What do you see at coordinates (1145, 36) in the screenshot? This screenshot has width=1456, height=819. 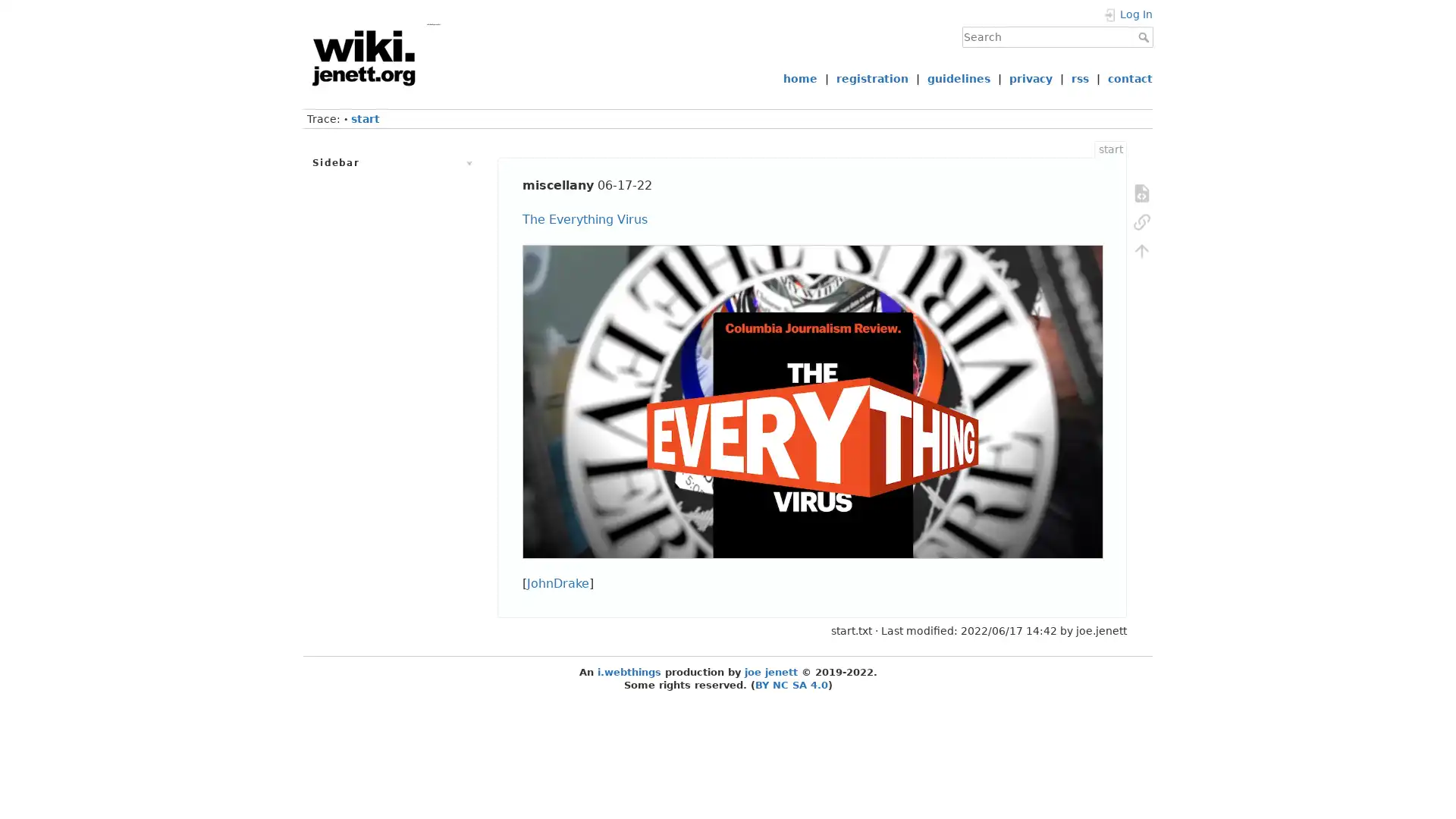 I see `Search` at bounding box center [1145, 36].